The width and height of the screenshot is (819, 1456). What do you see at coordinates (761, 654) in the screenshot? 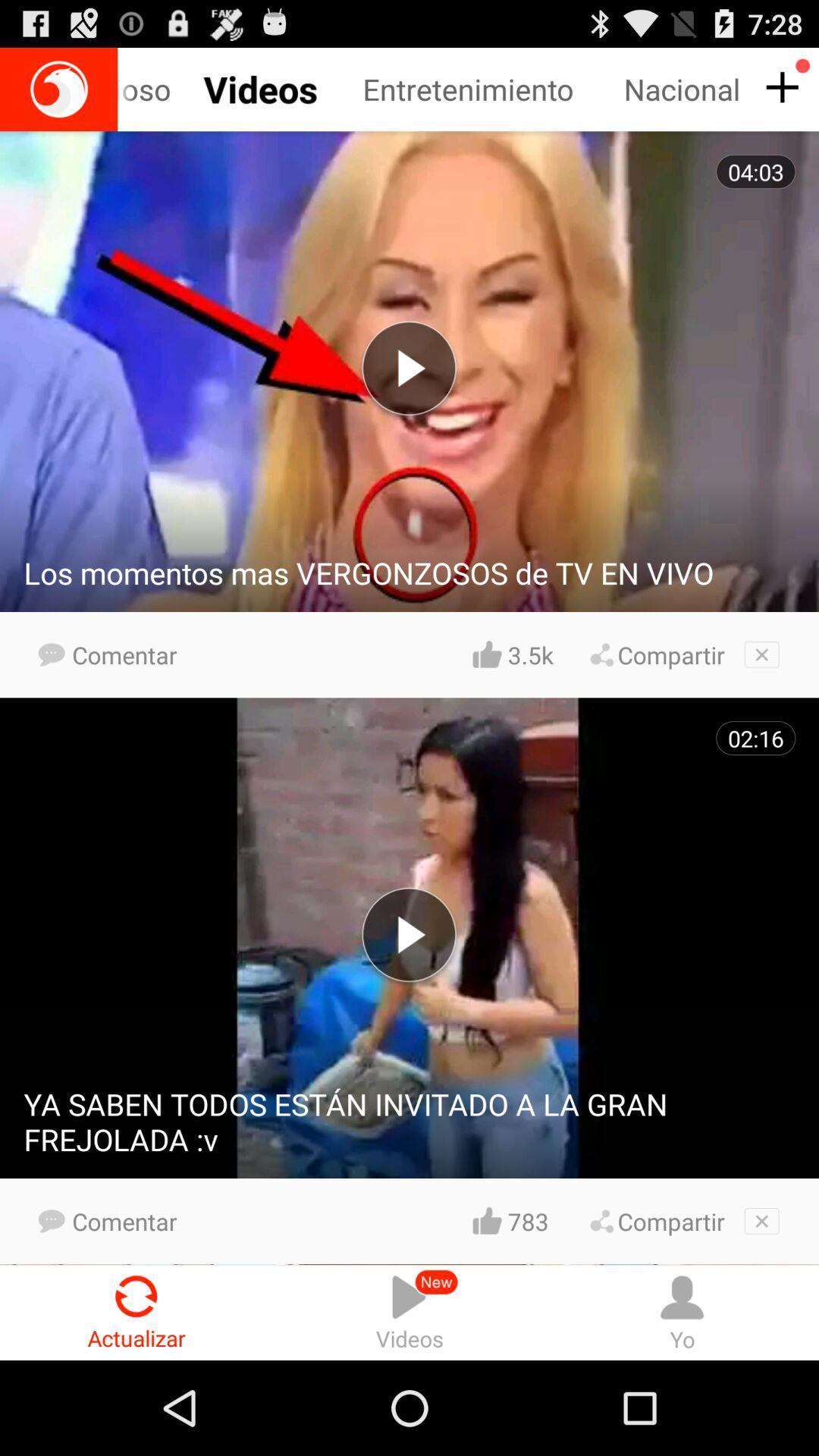
I see `this video` at bounding box center [761, 654].